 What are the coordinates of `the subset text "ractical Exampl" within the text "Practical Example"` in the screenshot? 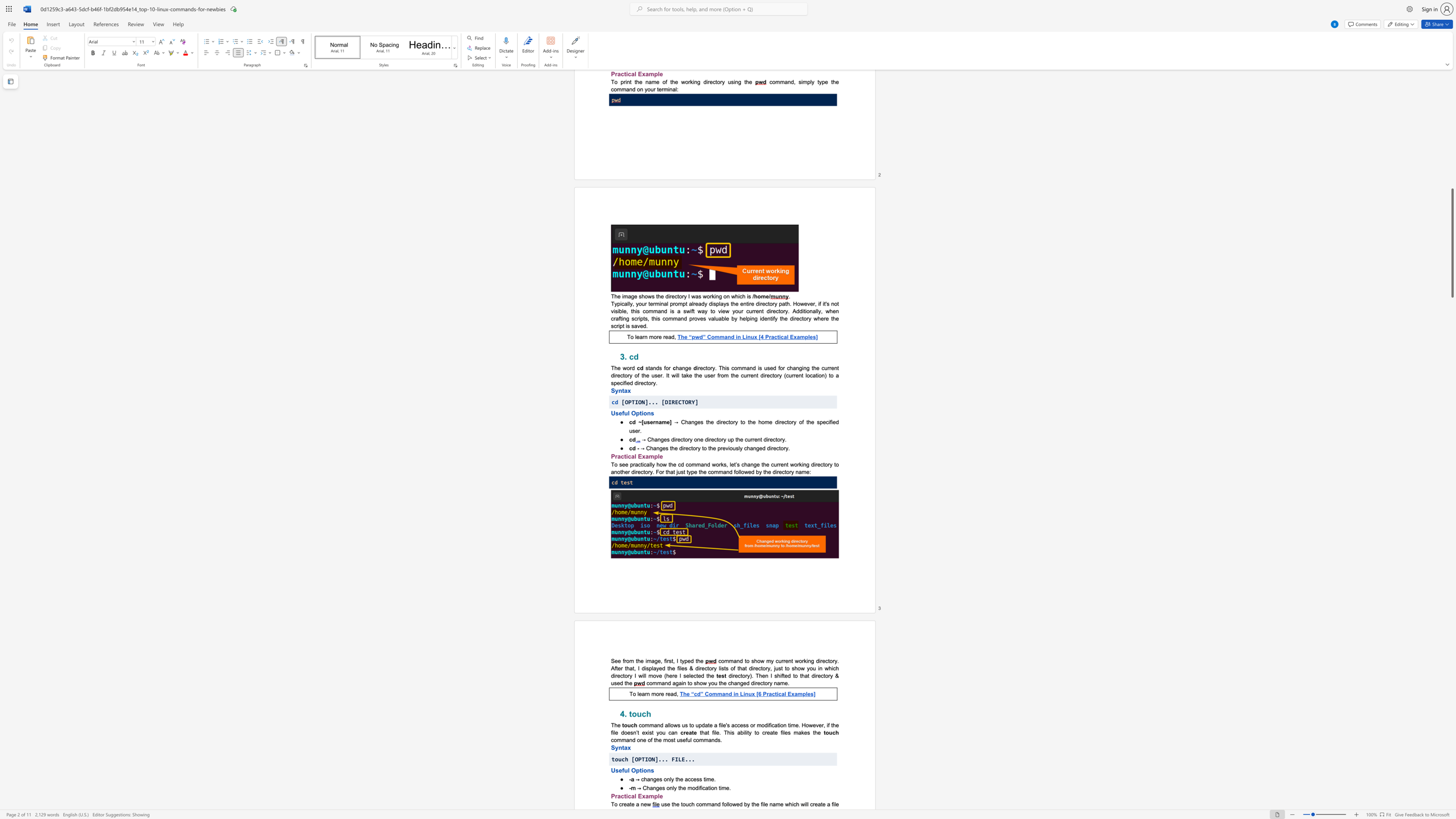 It's located at (615, 795).